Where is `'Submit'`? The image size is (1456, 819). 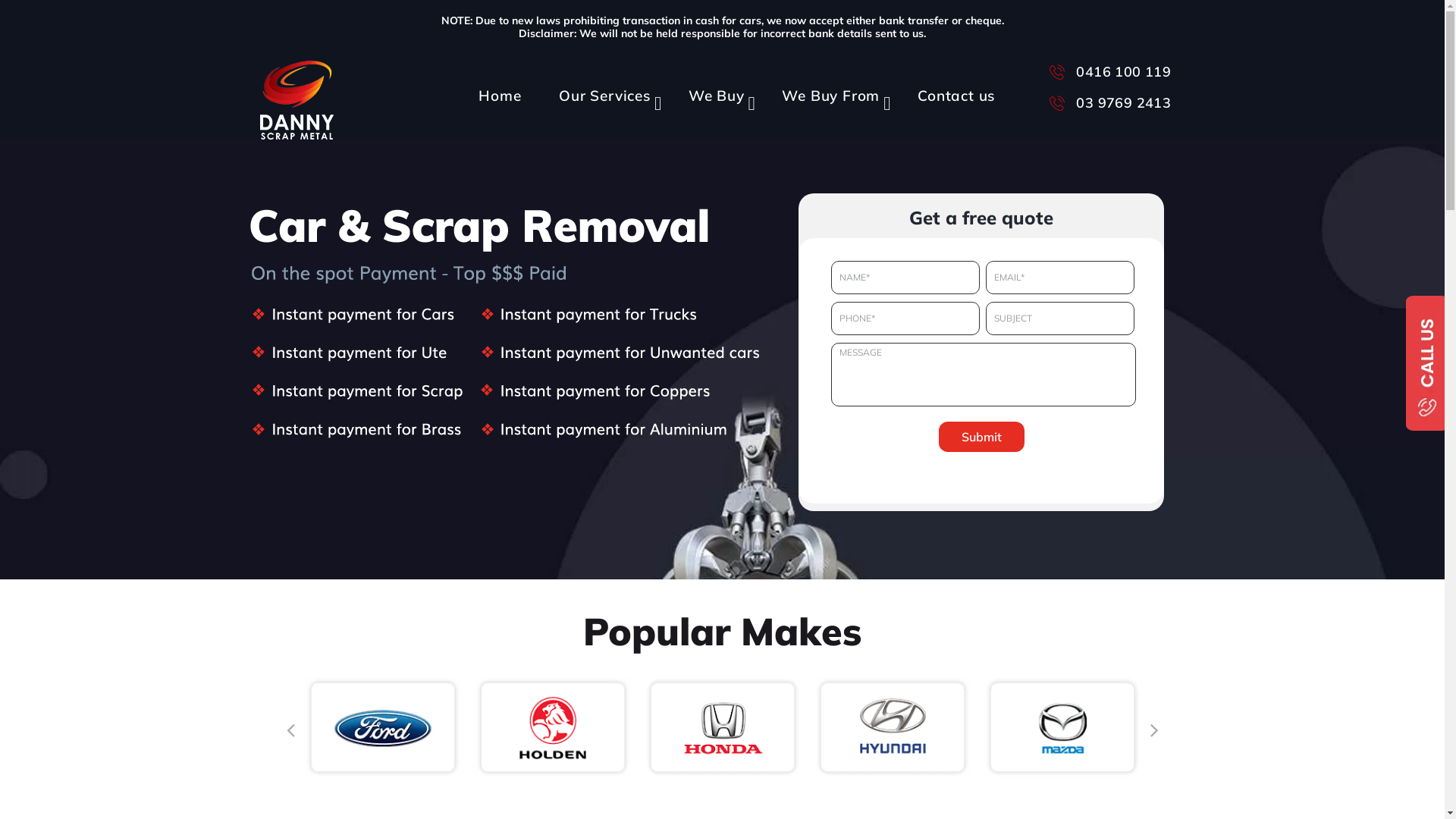
'Submit' is located at coordinates (938, 436).